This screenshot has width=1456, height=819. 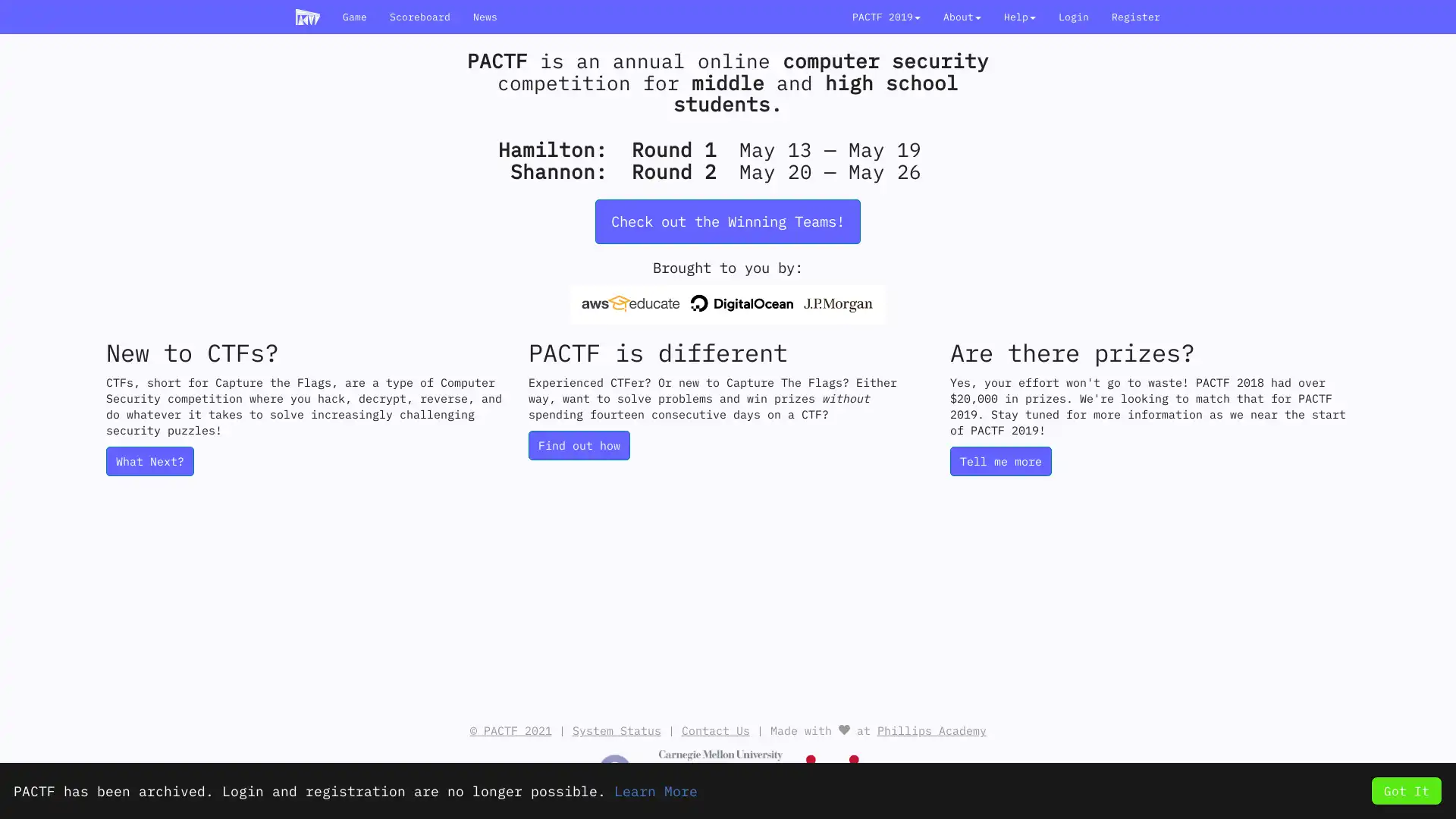 What do you see at coordinates (1405, 789) in the screenshot?
I see `Got It` at bounding box center [1405, 789].